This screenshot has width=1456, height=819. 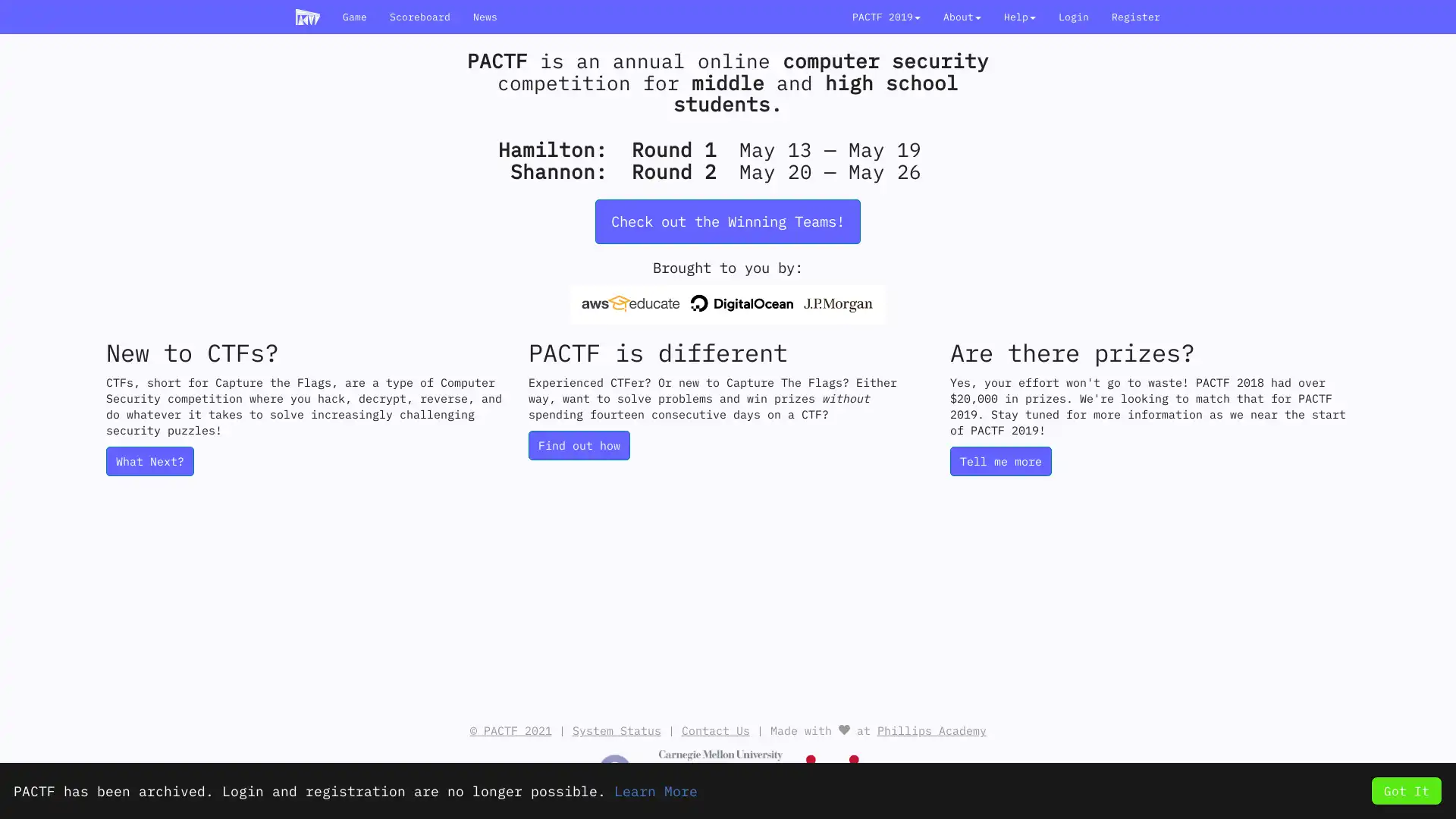 What do you see at coordinates (1405, 789) in the screenshot?
I see `Got It` at bounding box center [1405, 789].